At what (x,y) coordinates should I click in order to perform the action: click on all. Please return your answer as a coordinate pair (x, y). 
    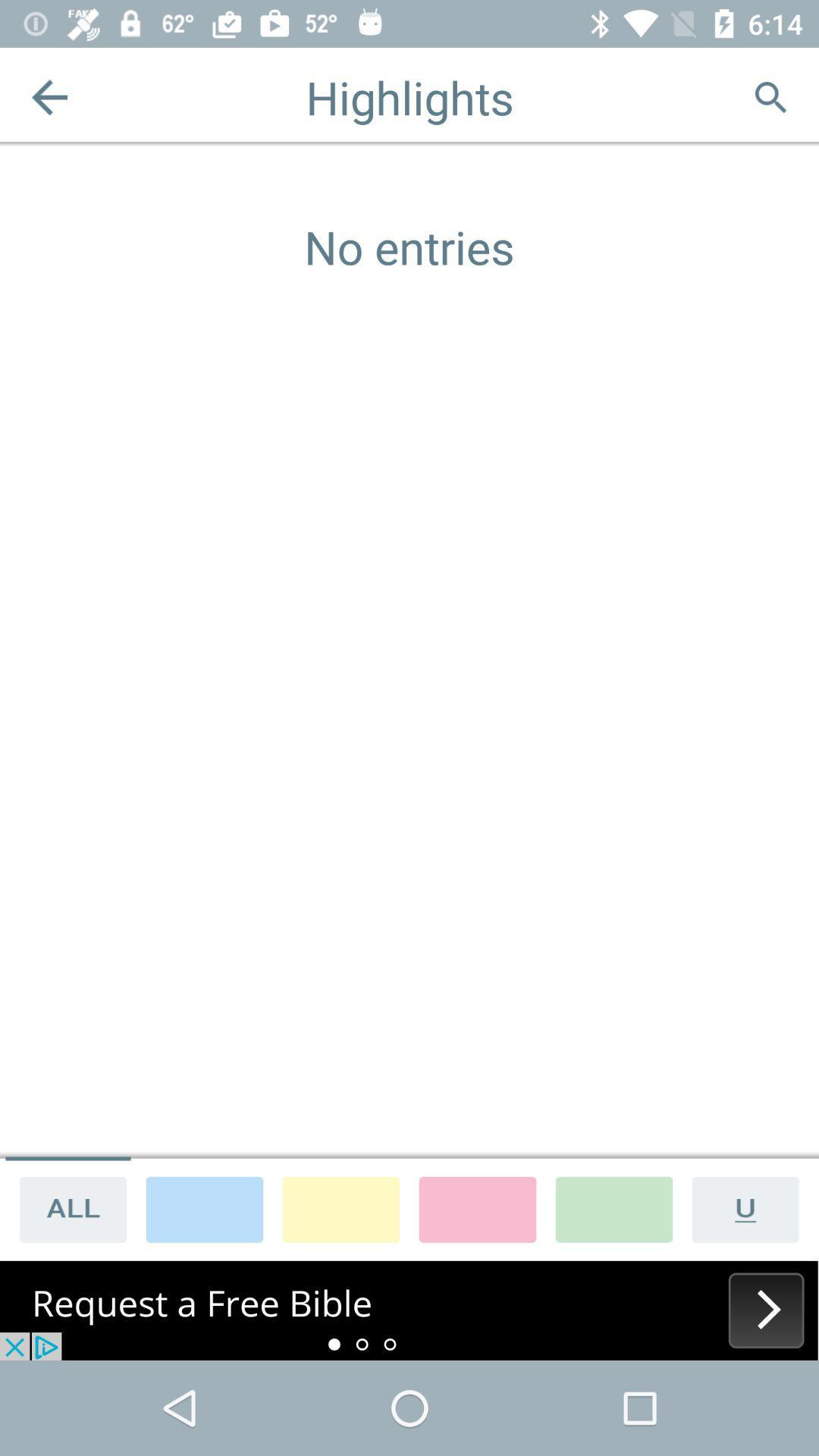
    Looking at the image, I should click on (67, 1208).